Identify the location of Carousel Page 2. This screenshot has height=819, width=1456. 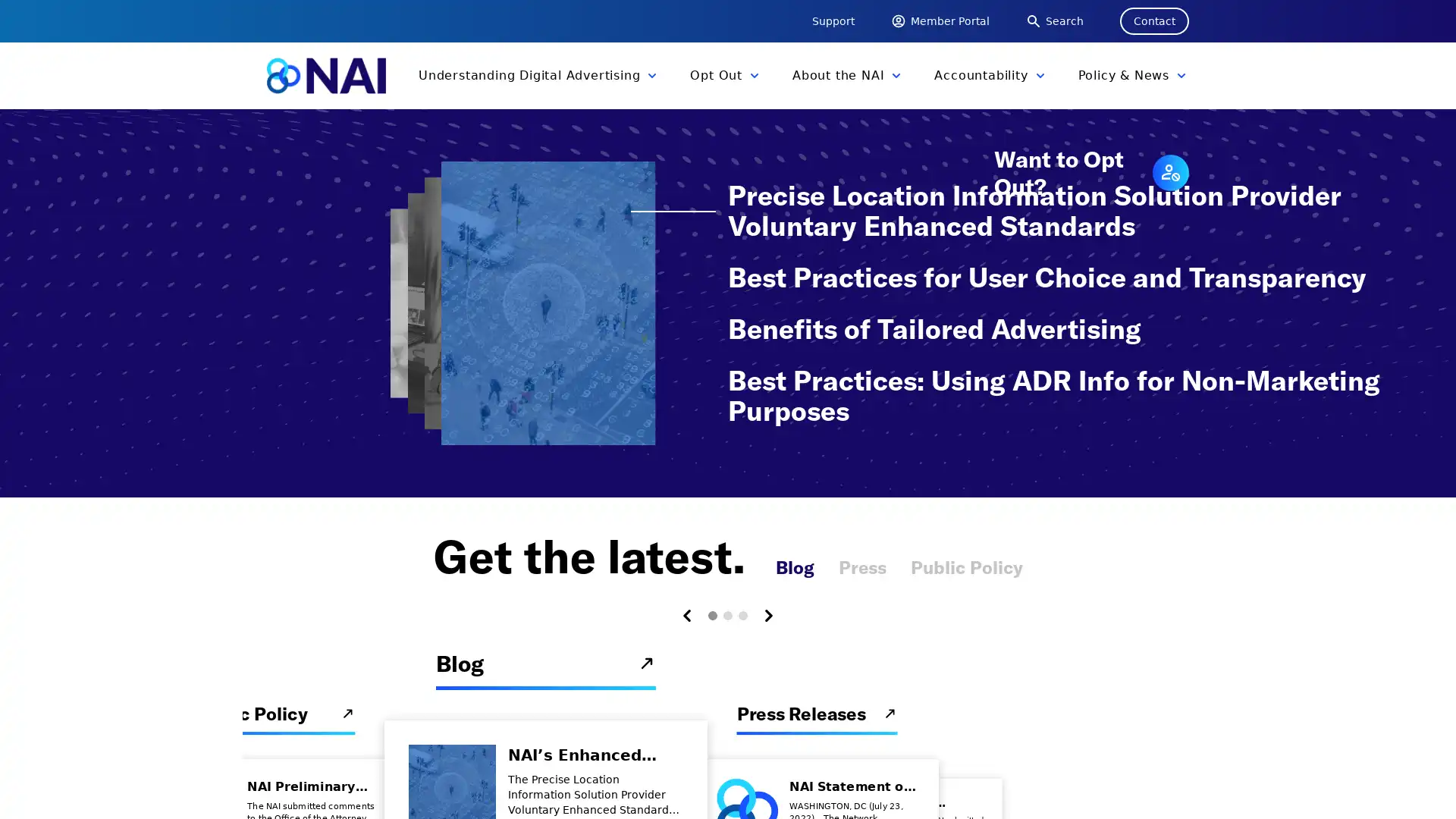
(728, 616).